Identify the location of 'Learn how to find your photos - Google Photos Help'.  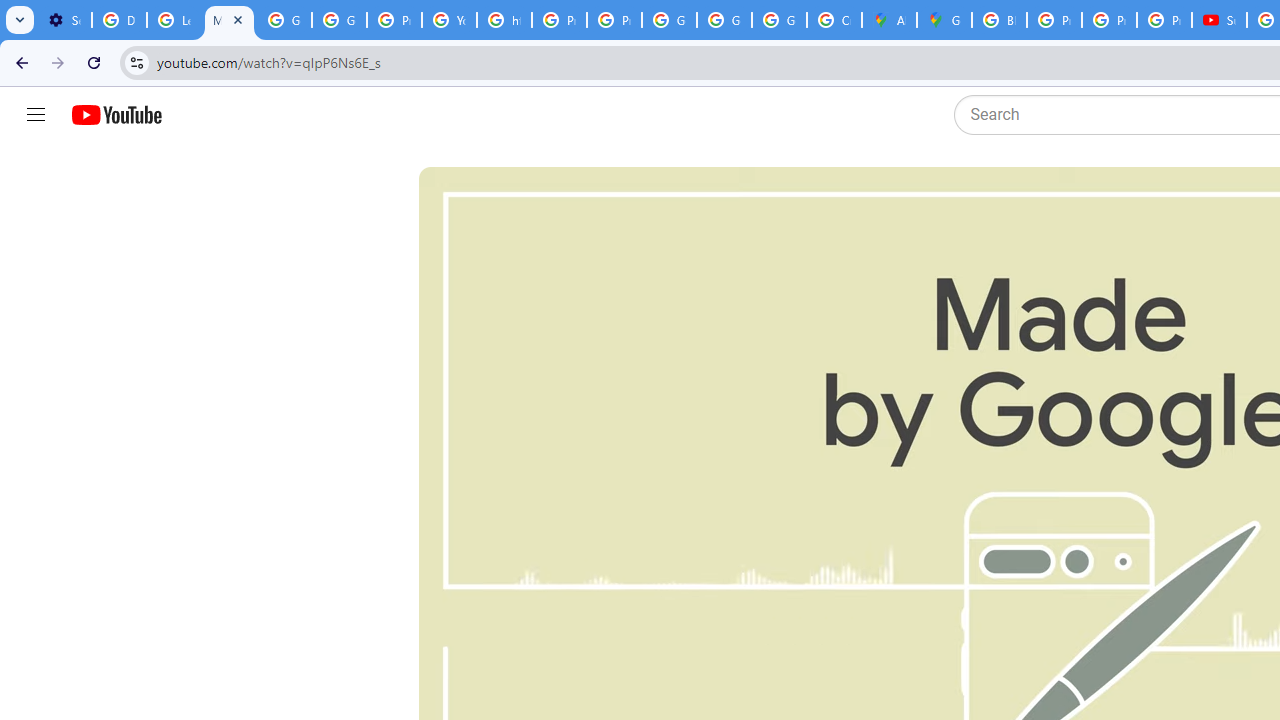
(174, 20).